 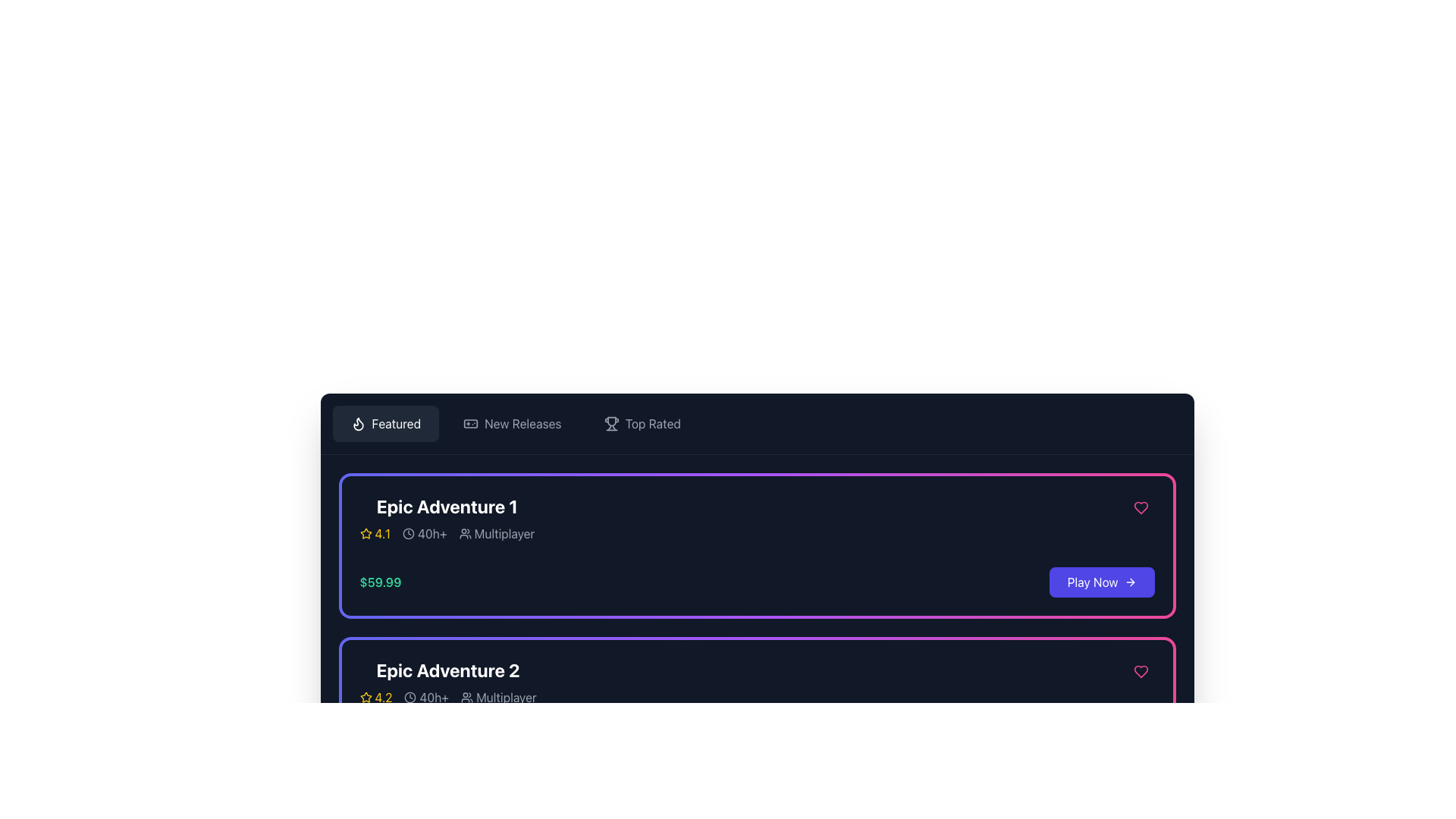 What do you see at coordinates (497, 533) in the screenshot?
I see `the content of the Text with icon indicating multiplayer functionality, which is the third item in the horizontal flex layout of the 'Epic Adventure 1' card` at bounding box center [497, 533].